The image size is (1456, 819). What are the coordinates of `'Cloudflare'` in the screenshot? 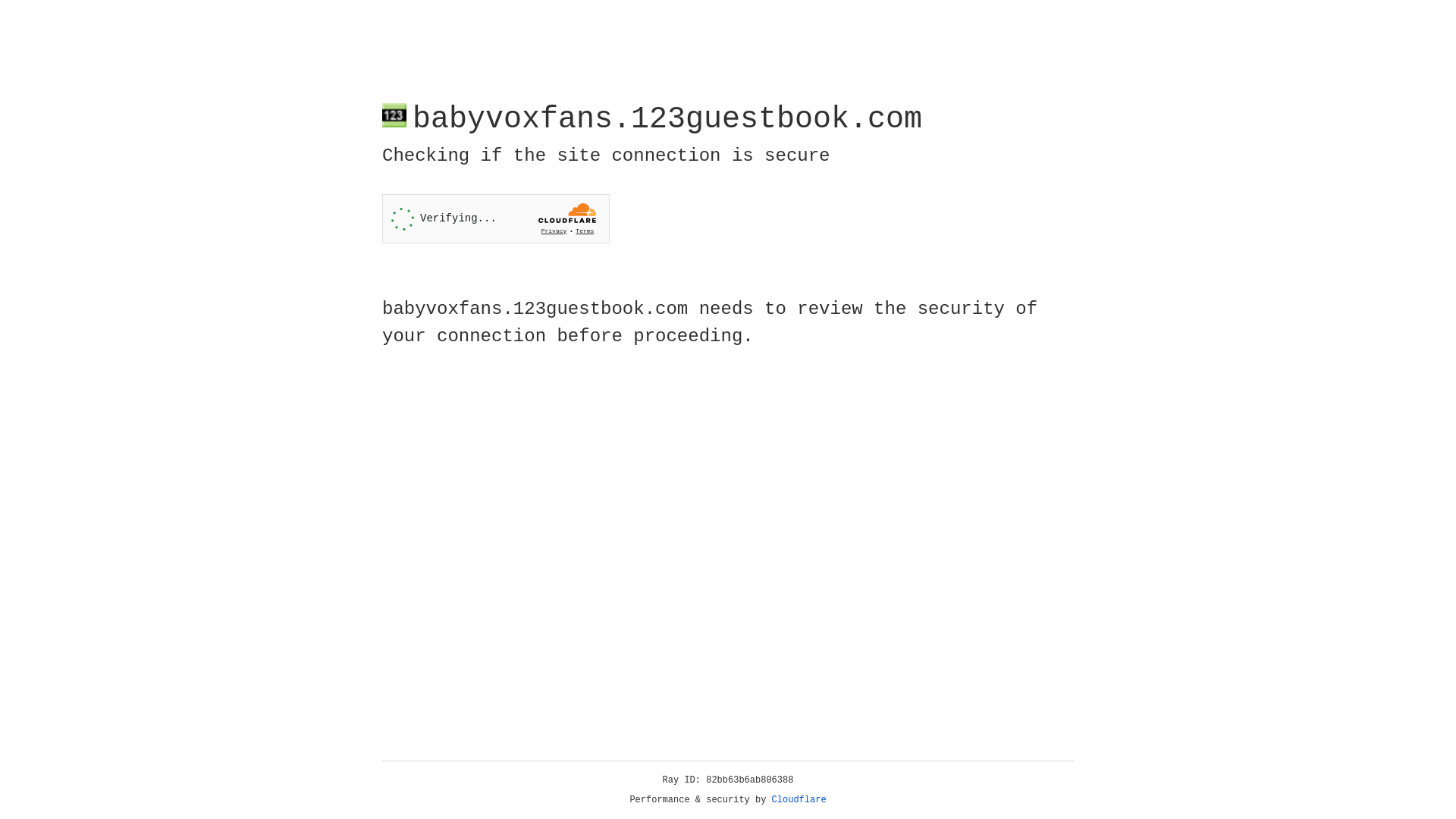 It's located at (771, 799).